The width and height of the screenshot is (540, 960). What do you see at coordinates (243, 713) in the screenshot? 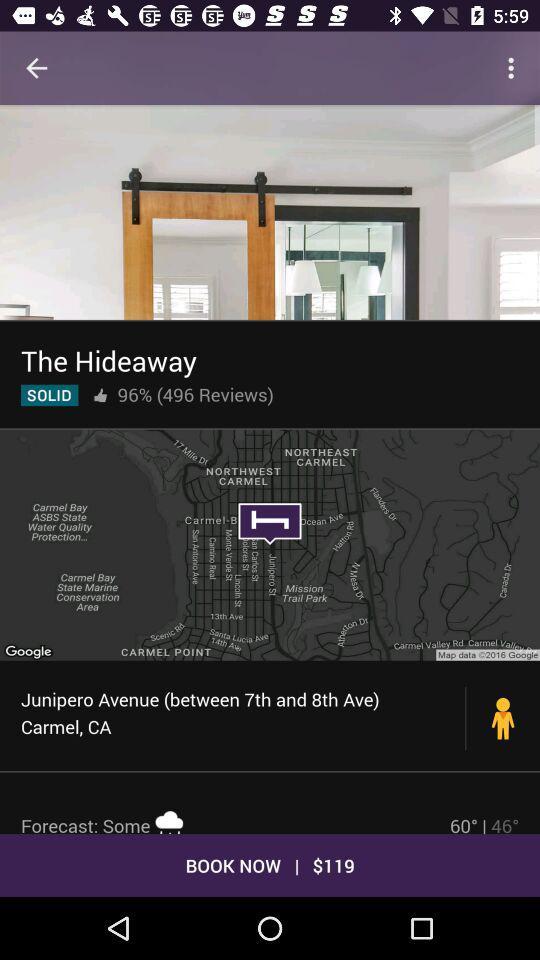
I see `junipero avenue between icon` at bounding box center [243, 713].